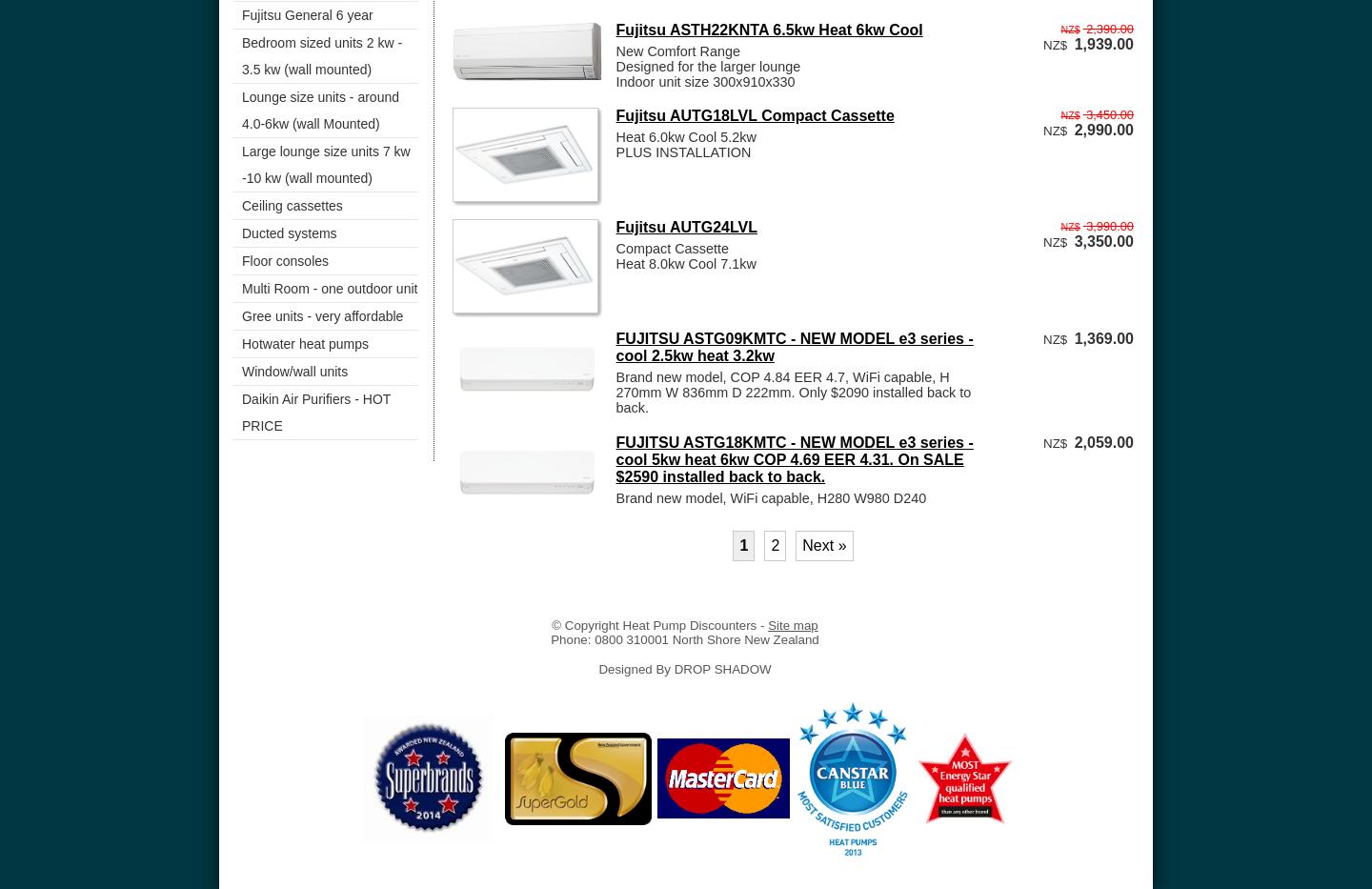  What do you see at coordinates (1109, 27) in the screenshot?
I see `'2,390.00'` at bounding box center [1109, 27].